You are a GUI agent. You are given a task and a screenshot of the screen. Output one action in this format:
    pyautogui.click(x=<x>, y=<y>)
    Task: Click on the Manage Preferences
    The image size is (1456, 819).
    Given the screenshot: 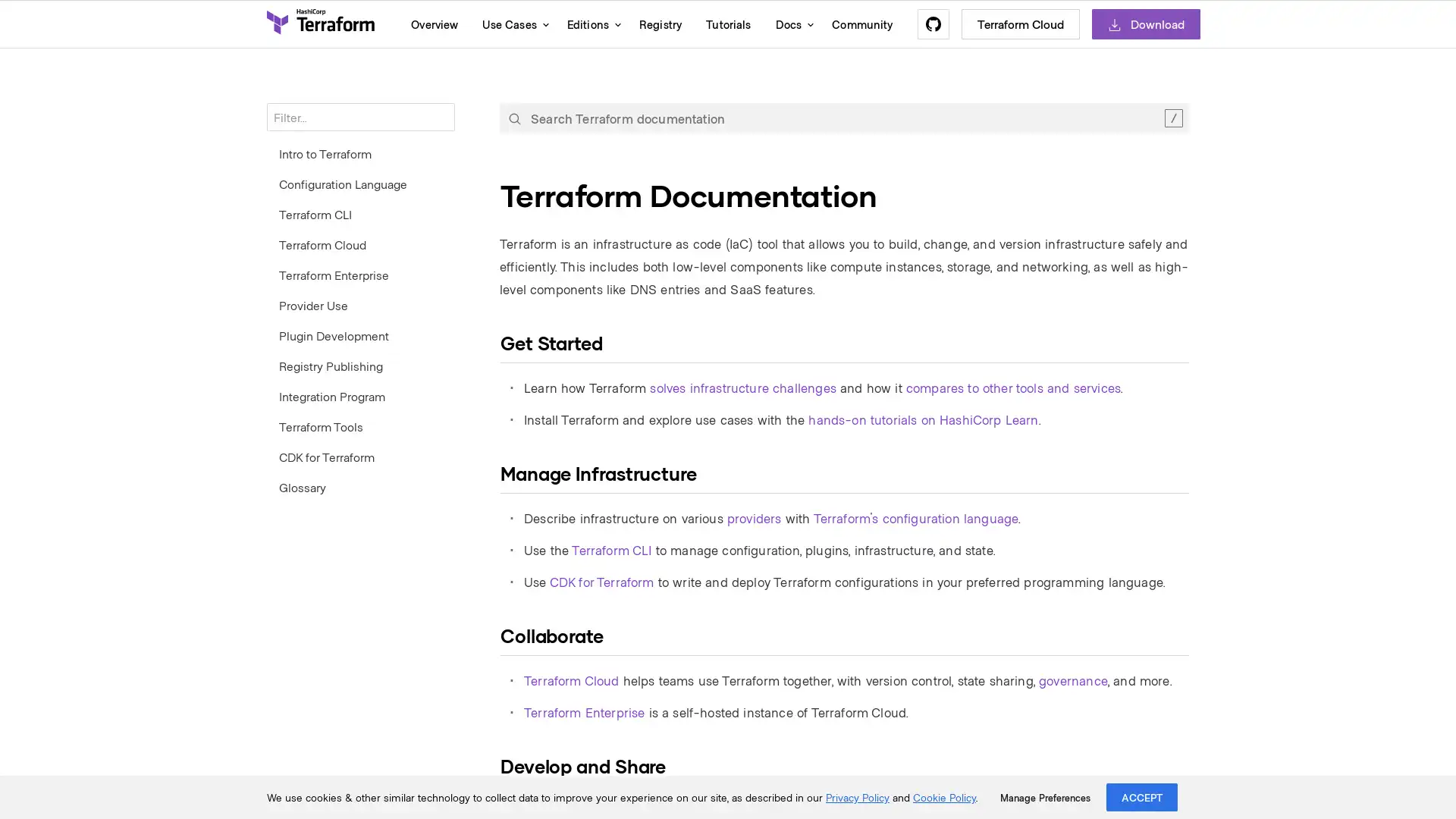 What is the action you would take?
    pyautogui.click(x=1044, y=797)
    